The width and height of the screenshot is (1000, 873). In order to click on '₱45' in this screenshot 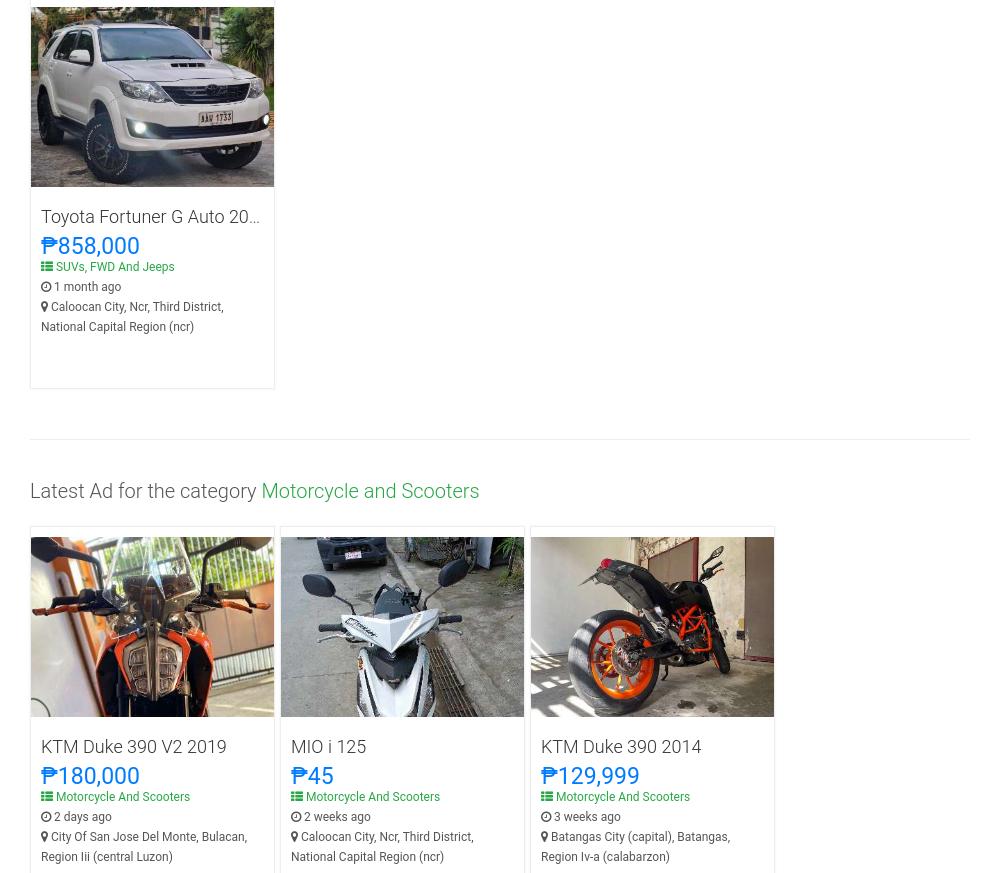, I will do `click(291, 775)`.